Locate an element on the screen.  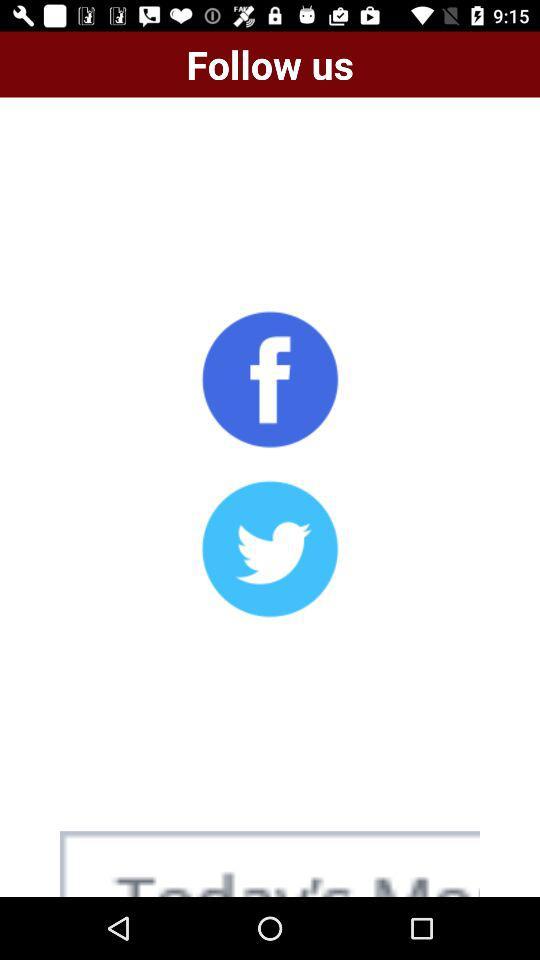
button used to follow on facebook is located at coordinates (270, 378).